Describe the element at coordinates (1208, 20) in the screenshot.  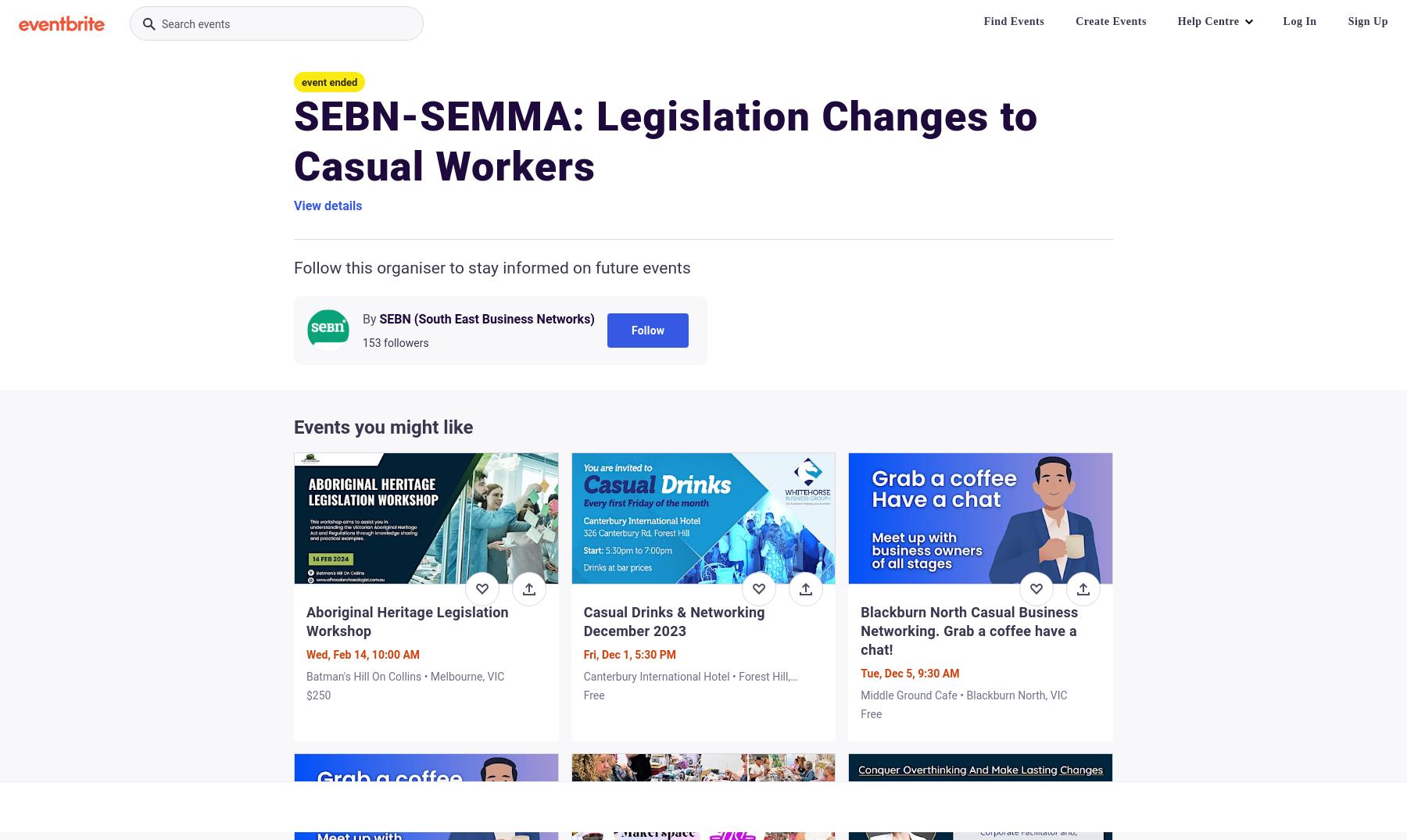
I see `'Help Centre'` at that location.